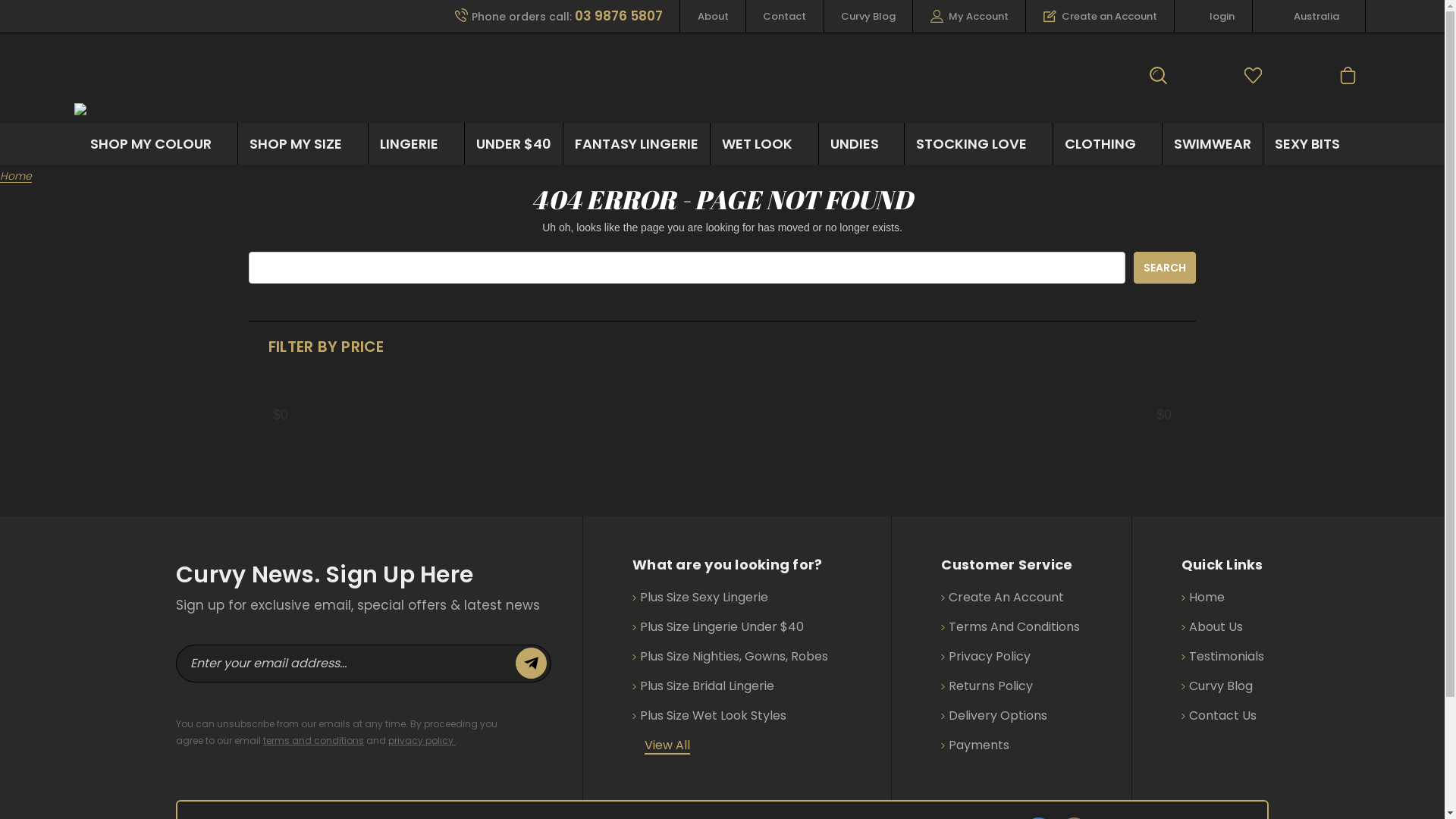  Describe the element at coordinates (1052, 143) in the screenshot. I see `'CLOTHING'` at that location.